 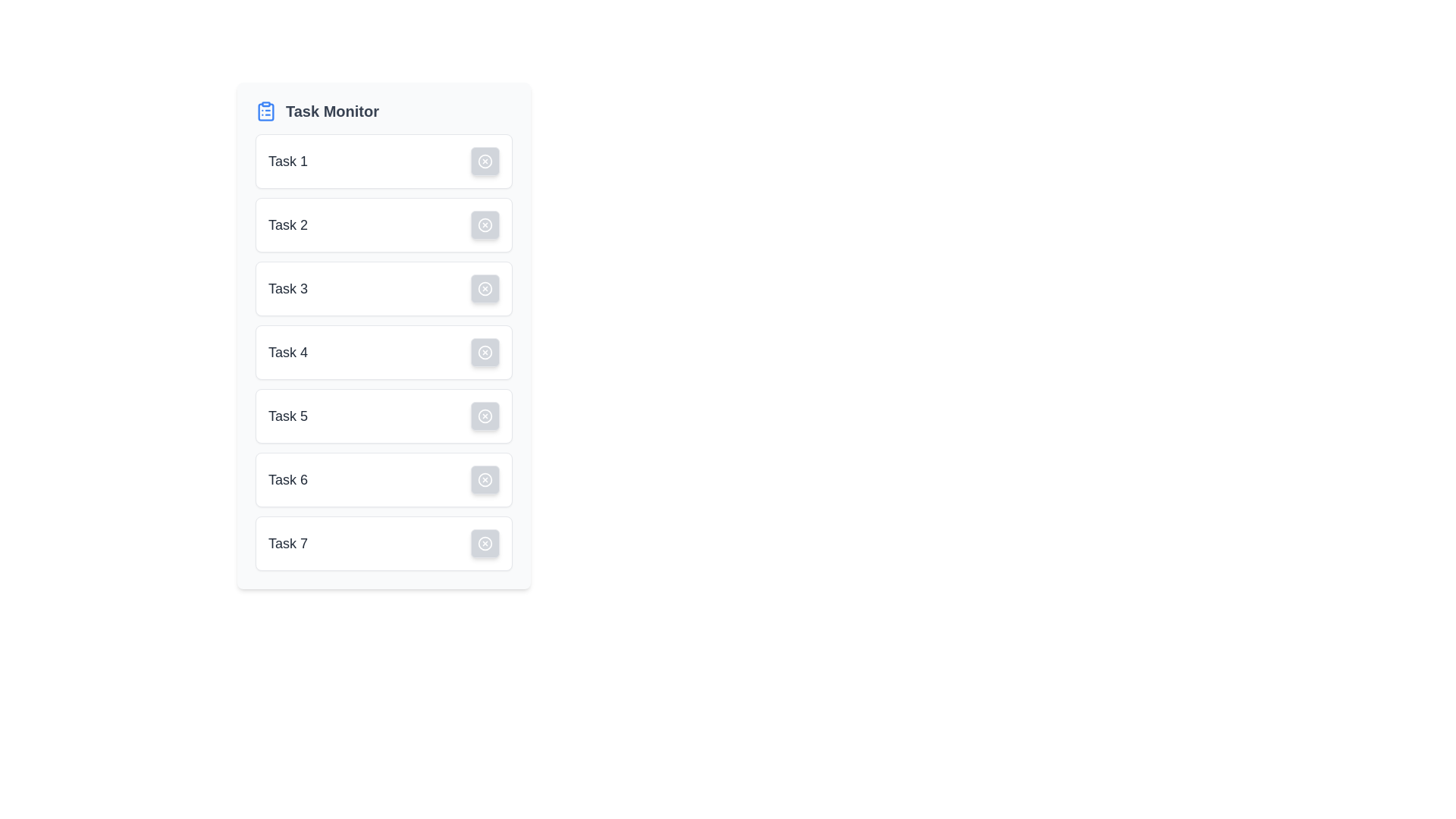 What do you see at coordinates (484, 161) in the screenshot?
I see `the close or delete button associated with 'Task 1'` at bounding box center [484, 161].